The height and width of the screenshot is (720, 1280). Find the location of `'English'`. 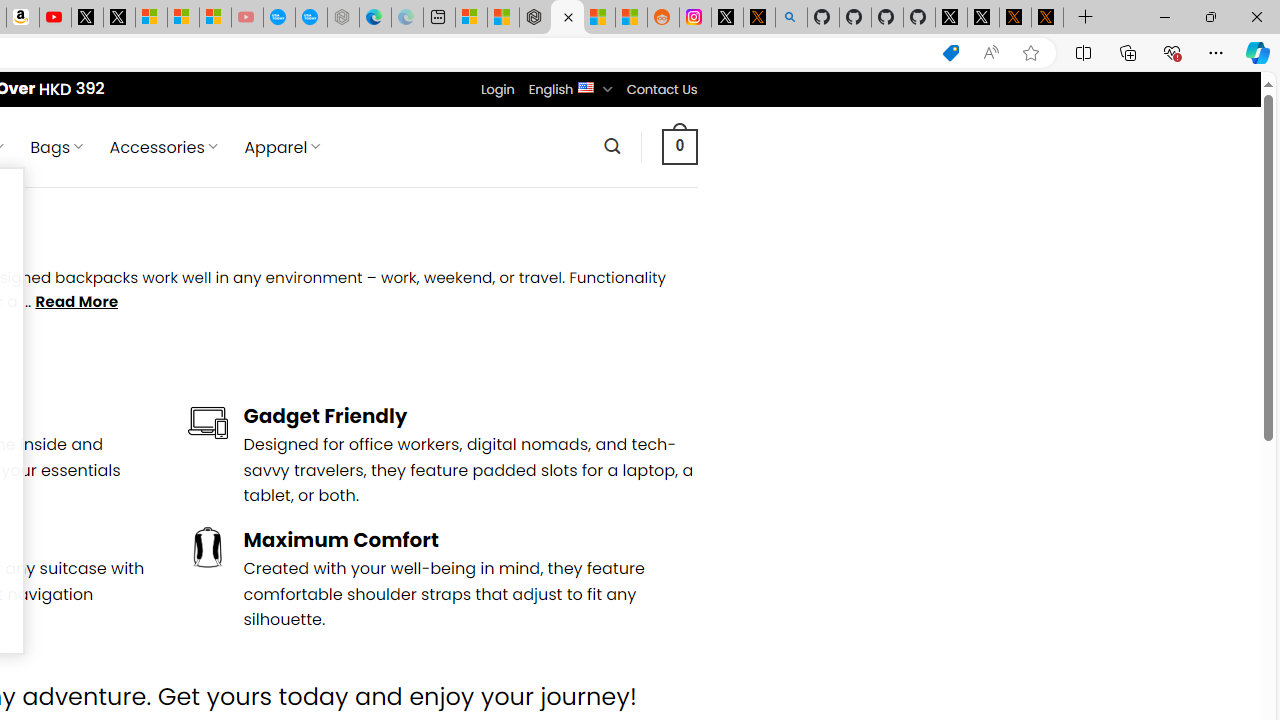

'English' is located at coordinates (585, 85).